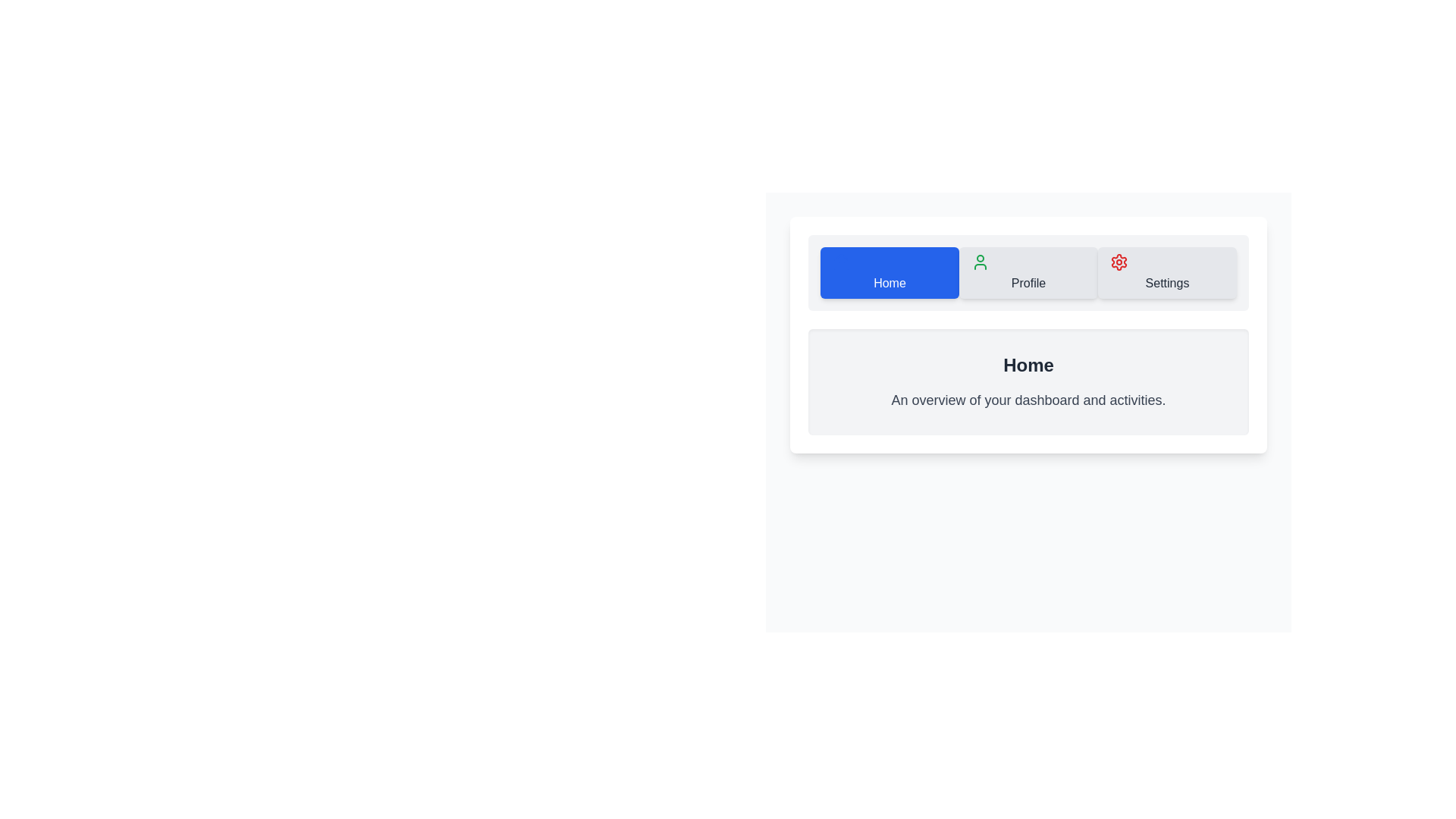 The height and width of the screenshot is (819, 1456). Describe the element at coordinates (1028, 400) in the screenshot. I see `the text 'An overview of your dashboard and activities.'` at that location.